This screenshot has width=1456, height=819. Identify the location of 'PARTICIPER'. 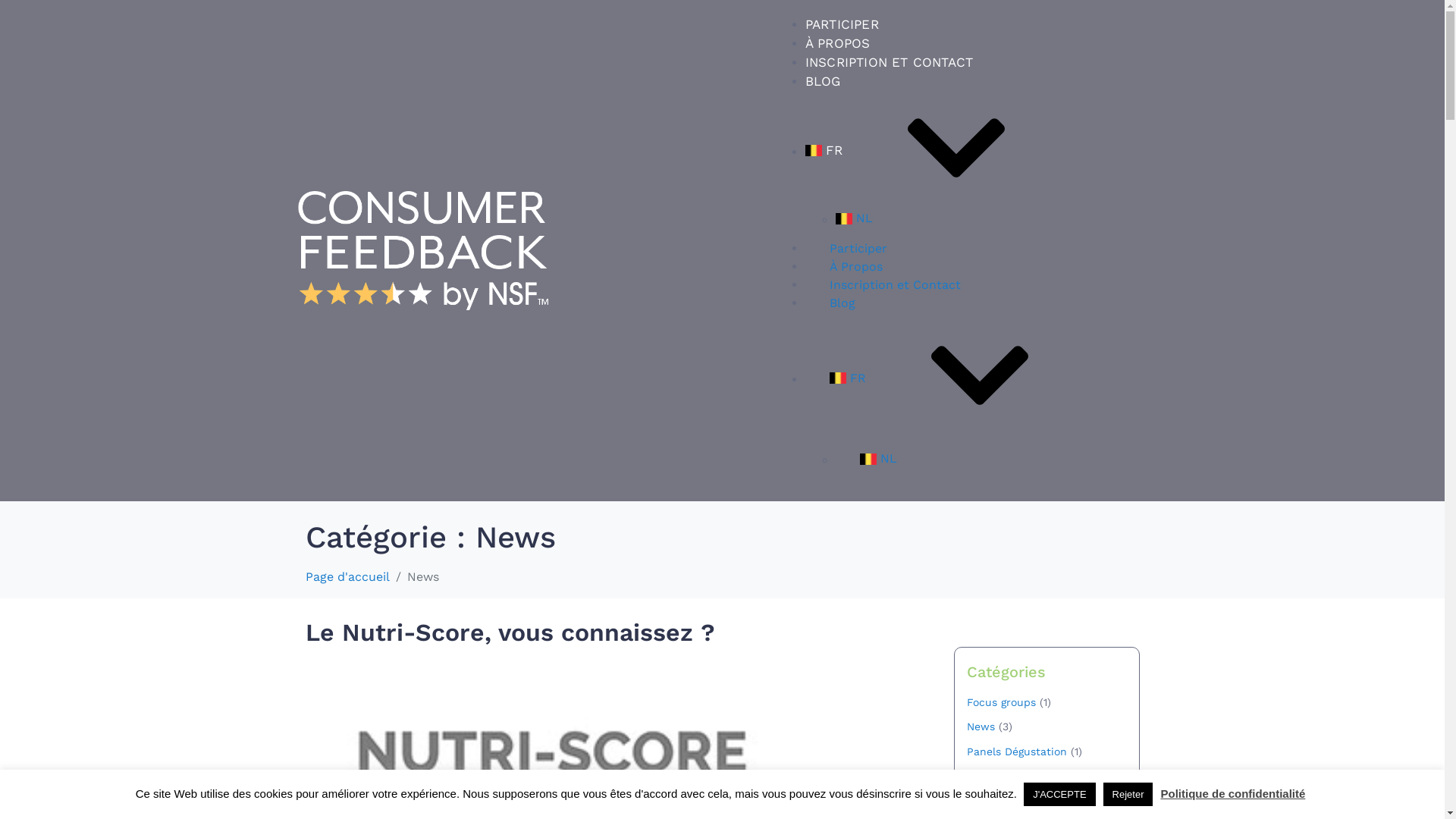
(841, 24).